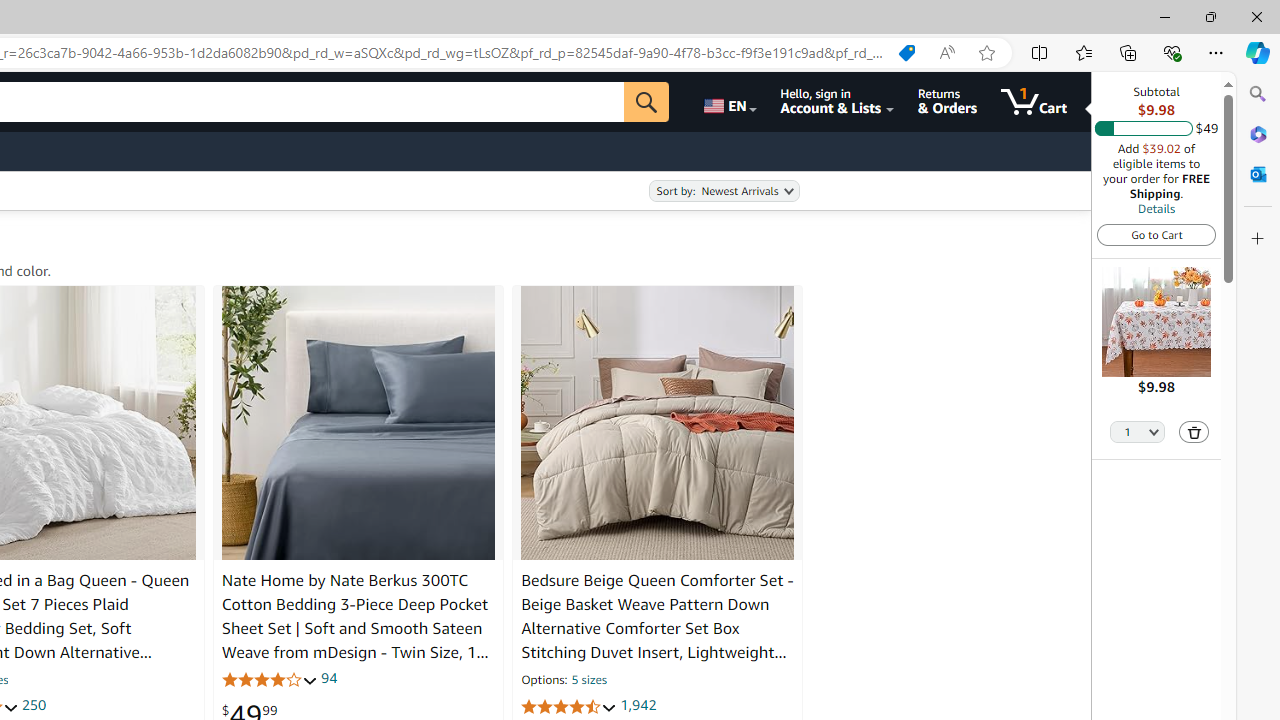 The width and height of the screenshot is (1280, 720). I want to click on 'Go to Cart', so click(1156, 233).